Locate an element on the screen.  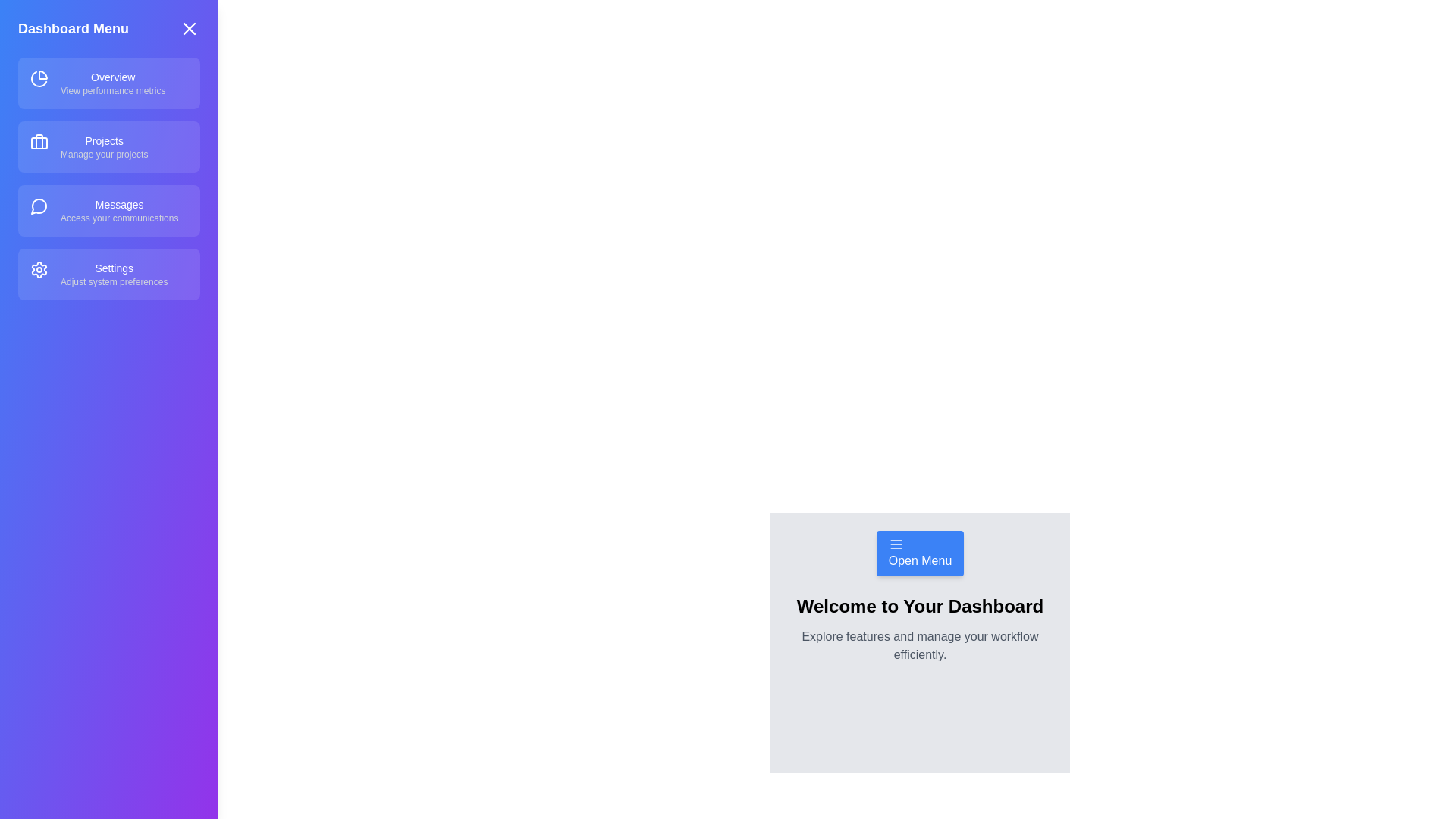
the menu item labeled Settings is located at coordinates (108, 275).